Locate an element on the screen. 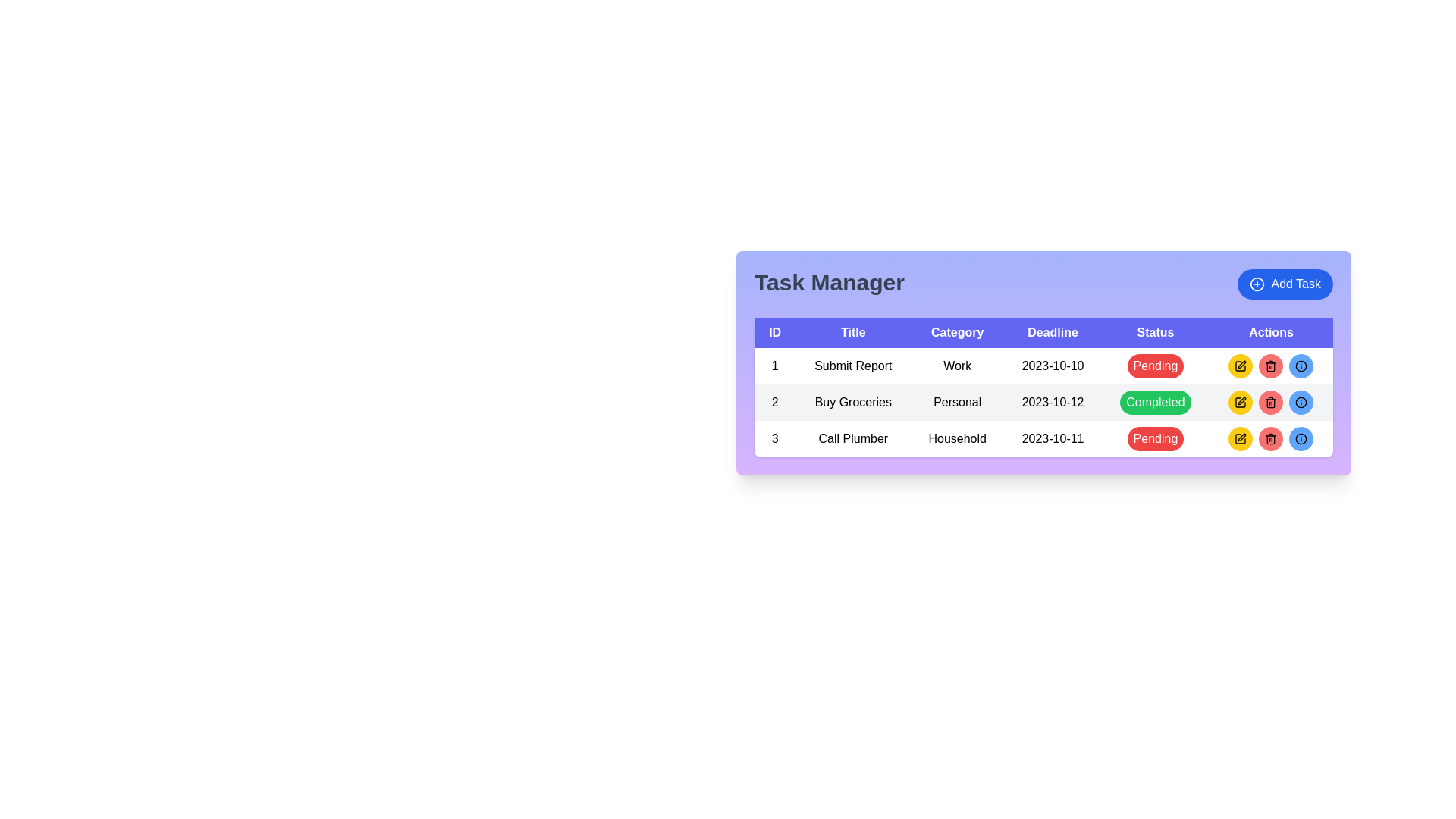  the 'Add Task' button located on the right side of the 'Task Manager' section is located at coordinates (1285, 284).